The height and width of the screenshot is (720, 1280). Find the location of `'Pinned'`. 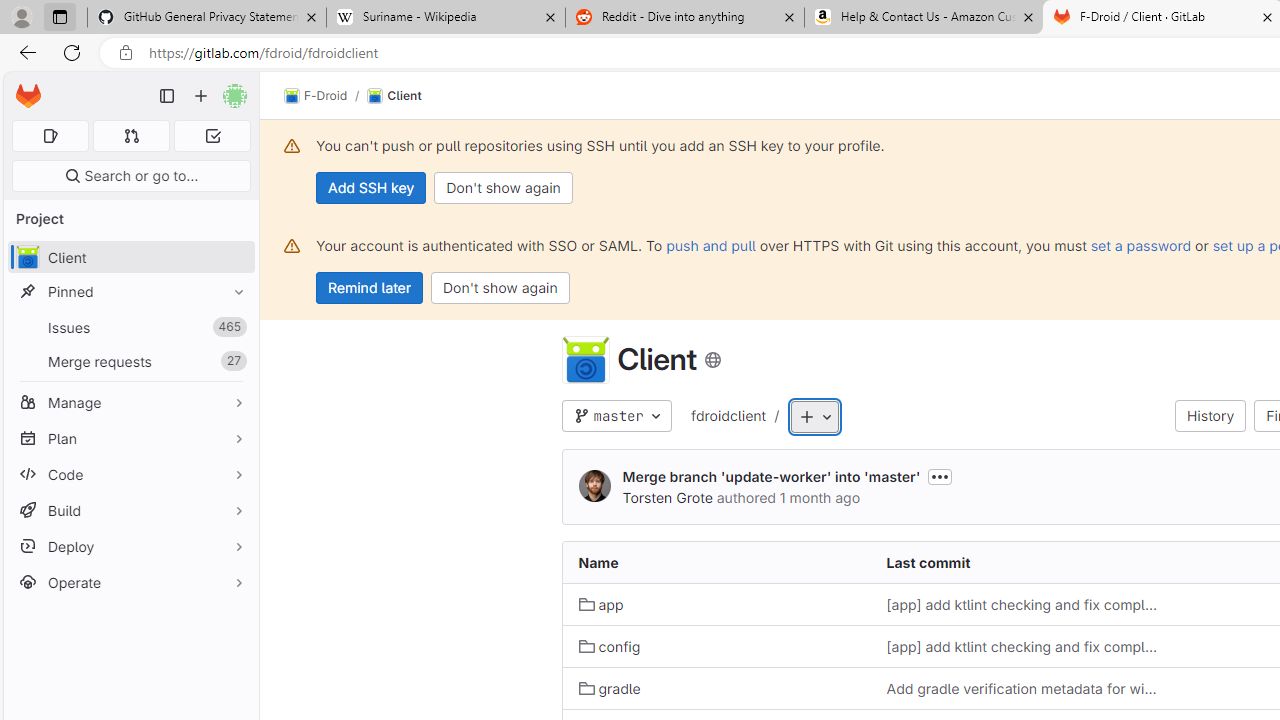

'Pinned' is located at coordinates (130, 291).